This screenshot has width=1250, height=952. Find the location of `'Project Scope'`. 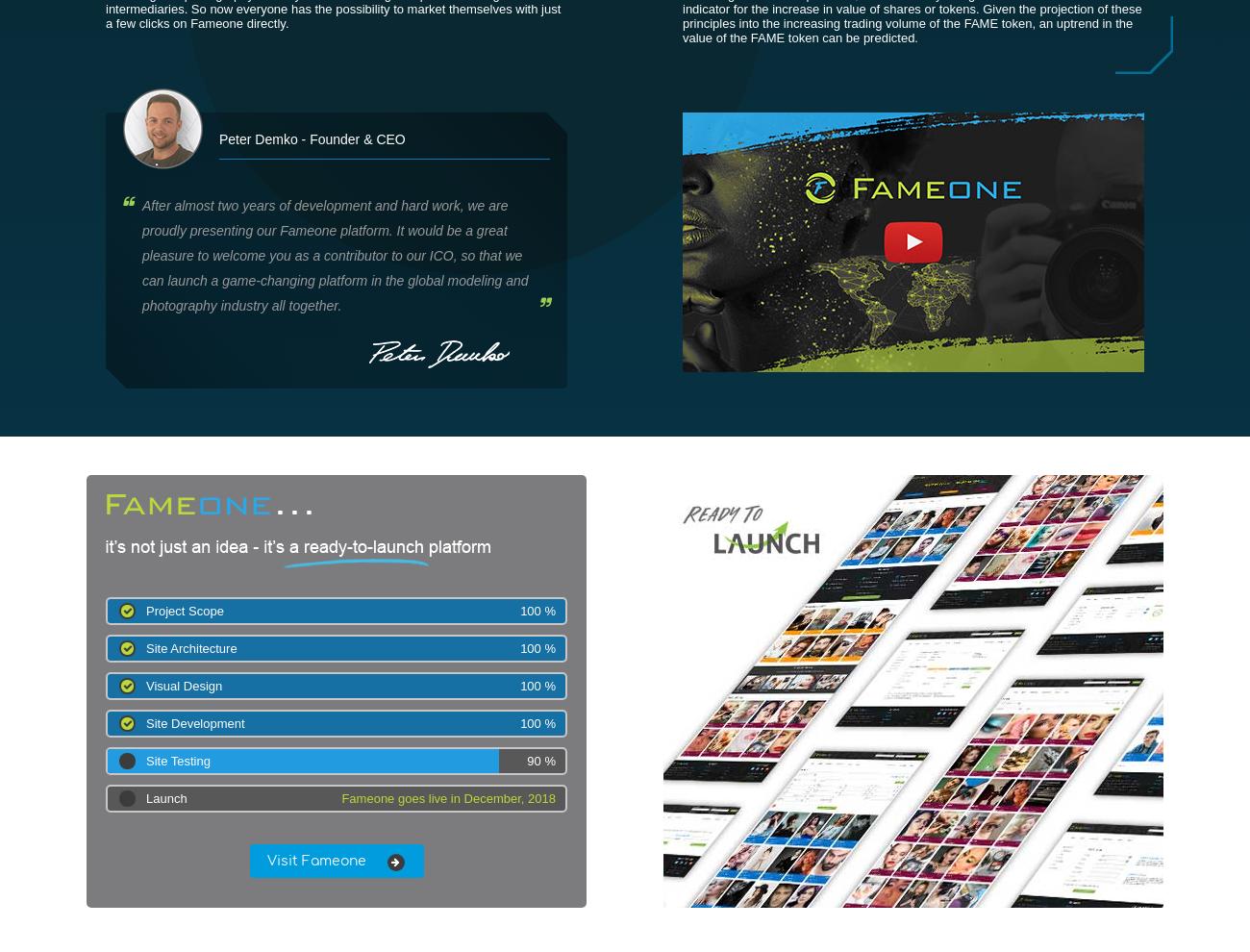

'Project Scope' is located at coordinates (185, 610).